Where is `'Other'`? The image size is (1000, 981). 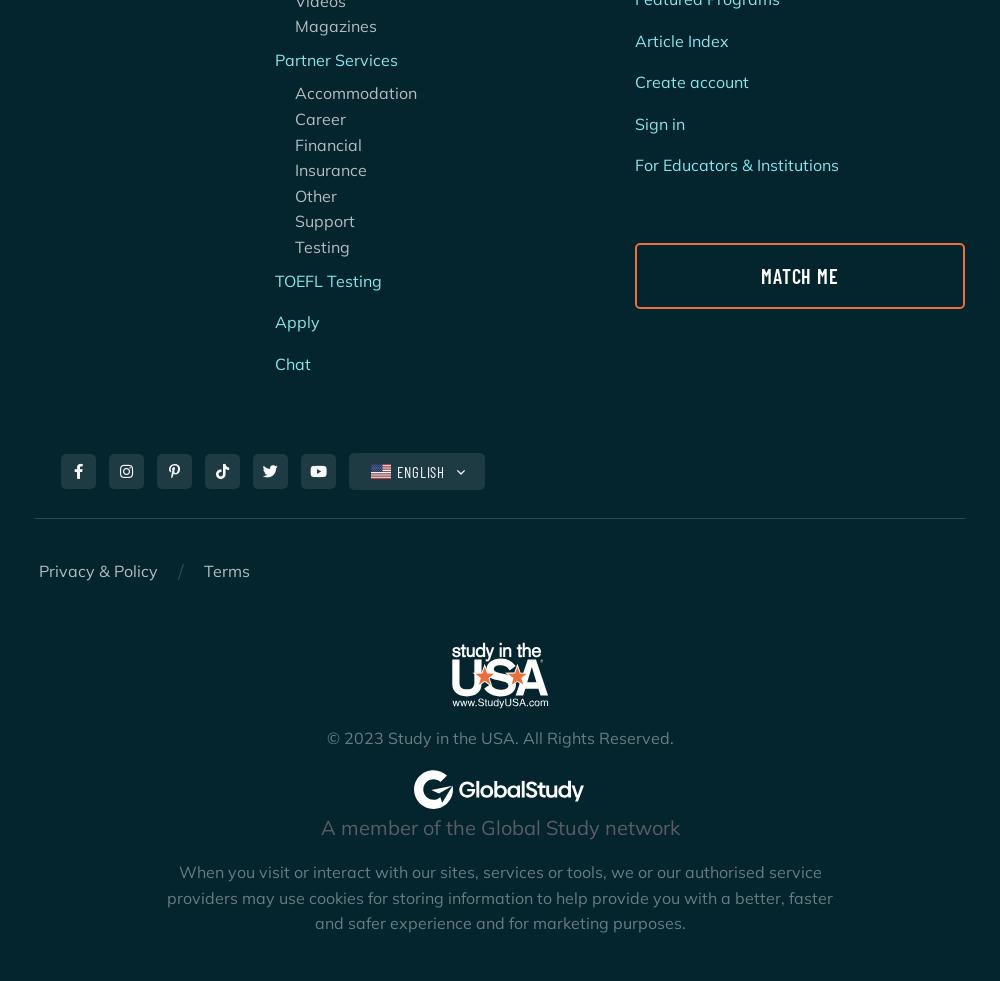 'Other' is located at coordinates (306, 194).